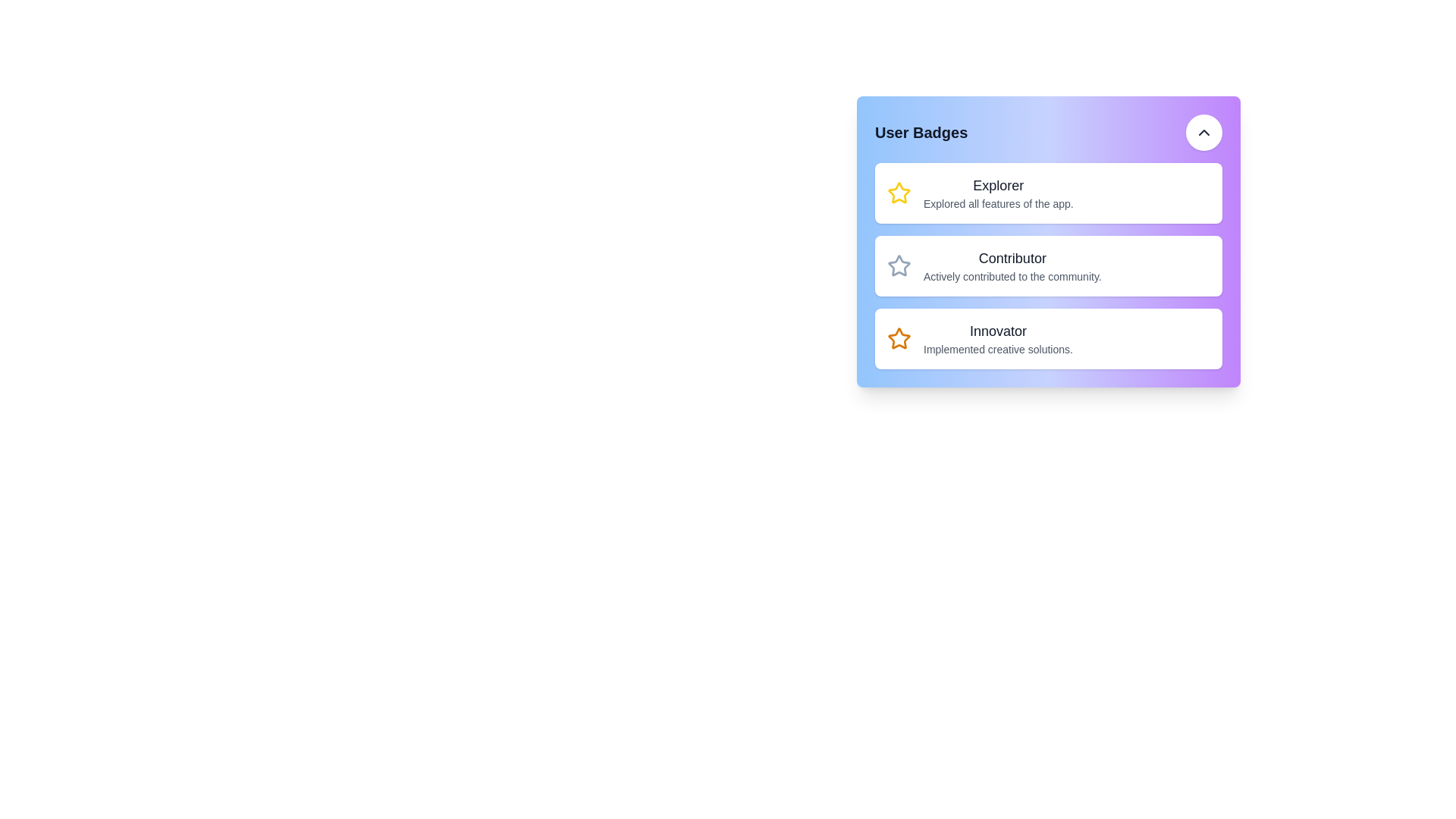 The image size is (1456, 819). What do you see at coordinates (998, 330) in the screenshot?
I see `the text label displaying 'Innovator', which is prominently styled in dark gray and located within the third badge entry under the 'User Badges' section` at bounding box center [998, 330].